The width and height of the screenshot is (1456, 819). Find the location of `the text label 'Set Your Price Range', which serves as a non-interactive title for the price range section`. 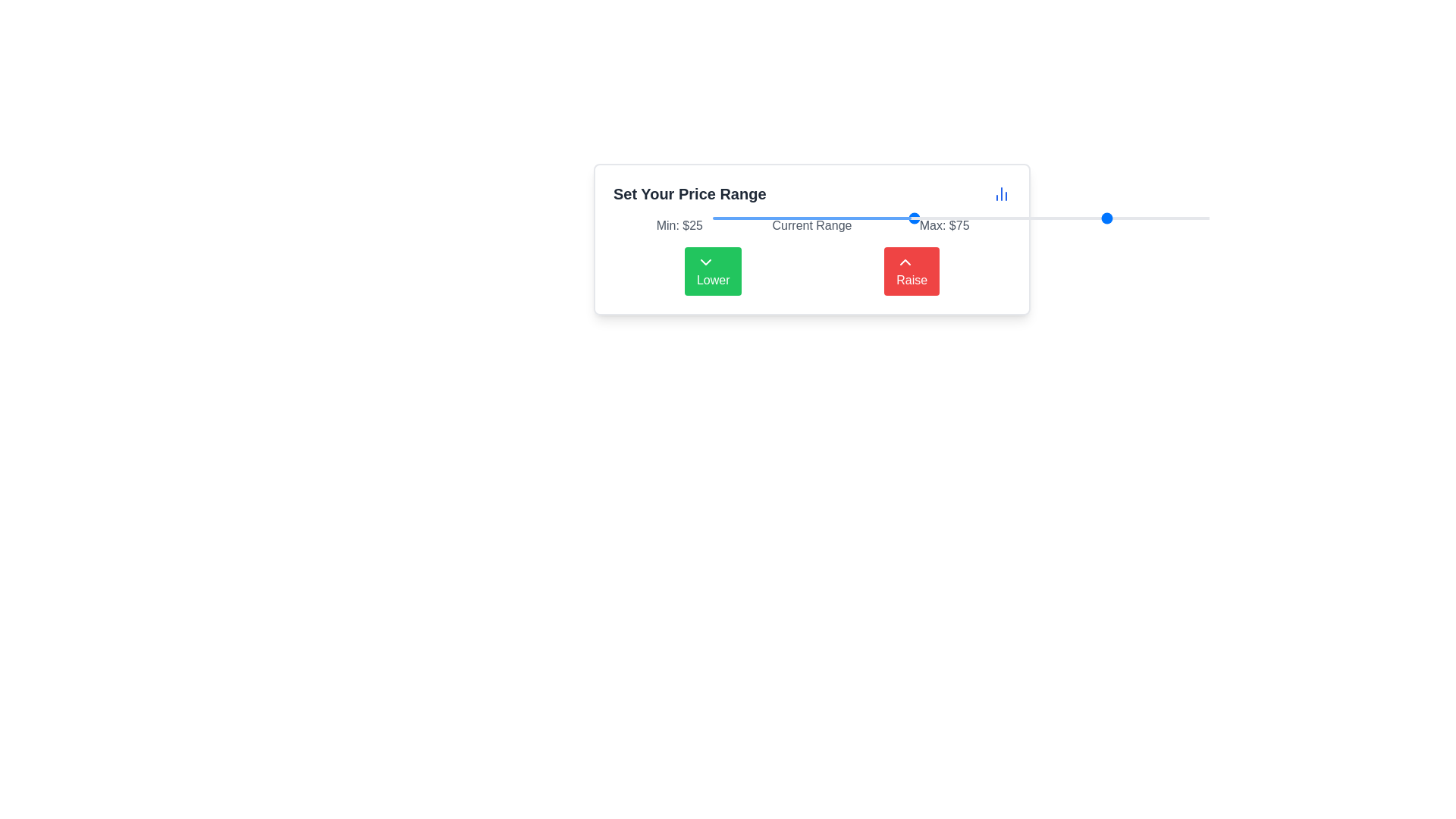

the text label 'Set Your Price Range', which serves as a non-interactive title for the price range section is located at coordinates (689, 193).